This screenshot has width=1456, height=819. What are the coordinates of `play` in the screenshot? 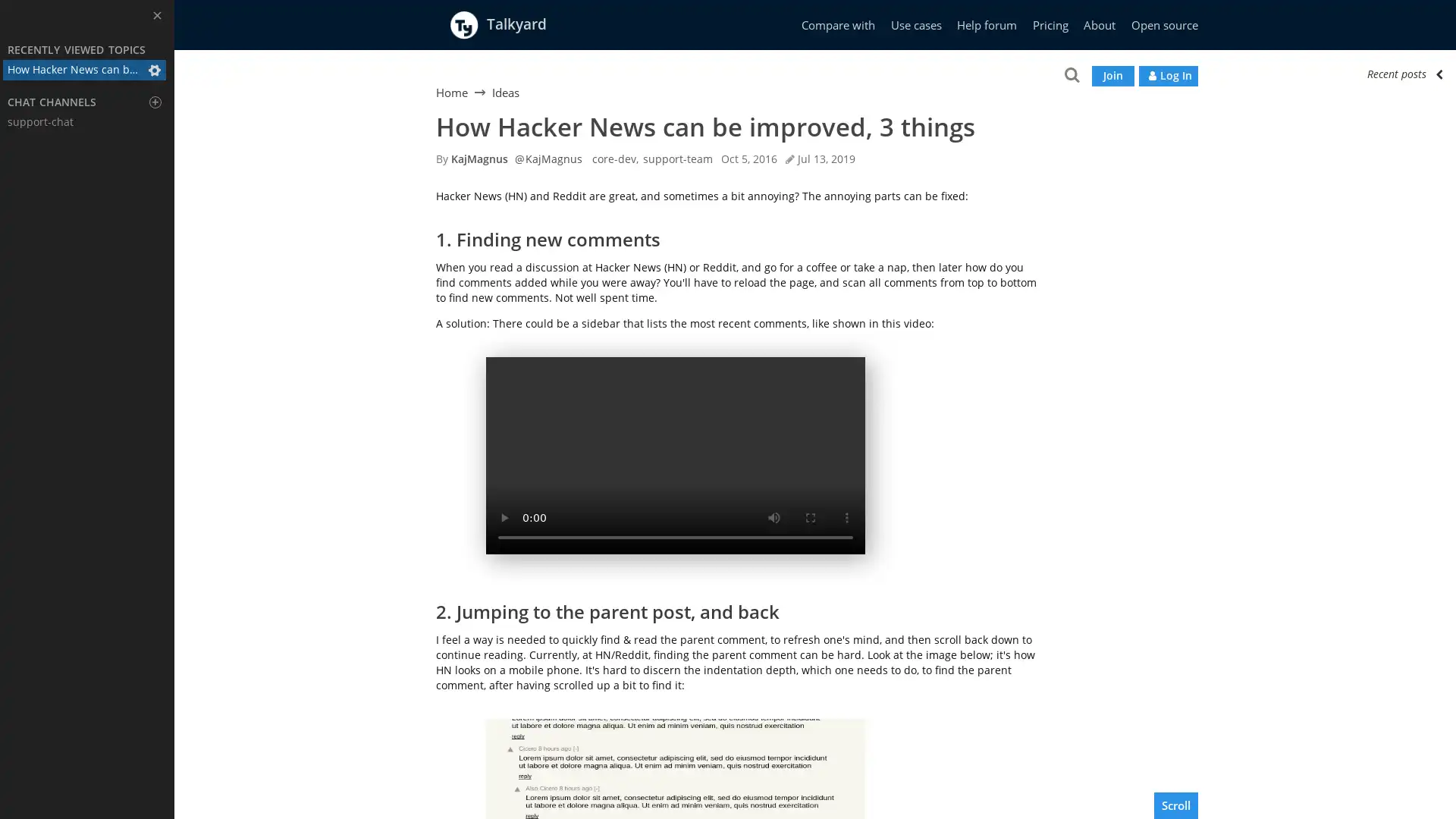 It's located at (504, 516).